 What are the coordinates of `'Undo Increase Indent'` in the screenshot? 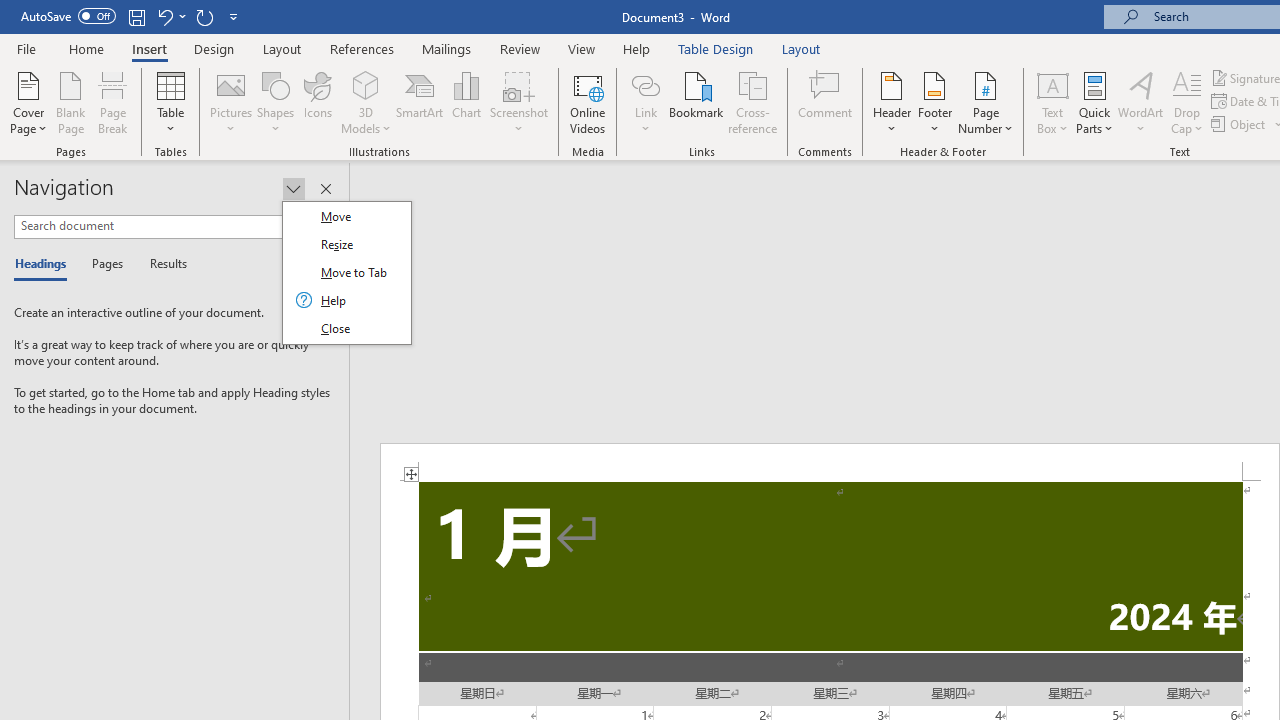 It's located at (170, 16).